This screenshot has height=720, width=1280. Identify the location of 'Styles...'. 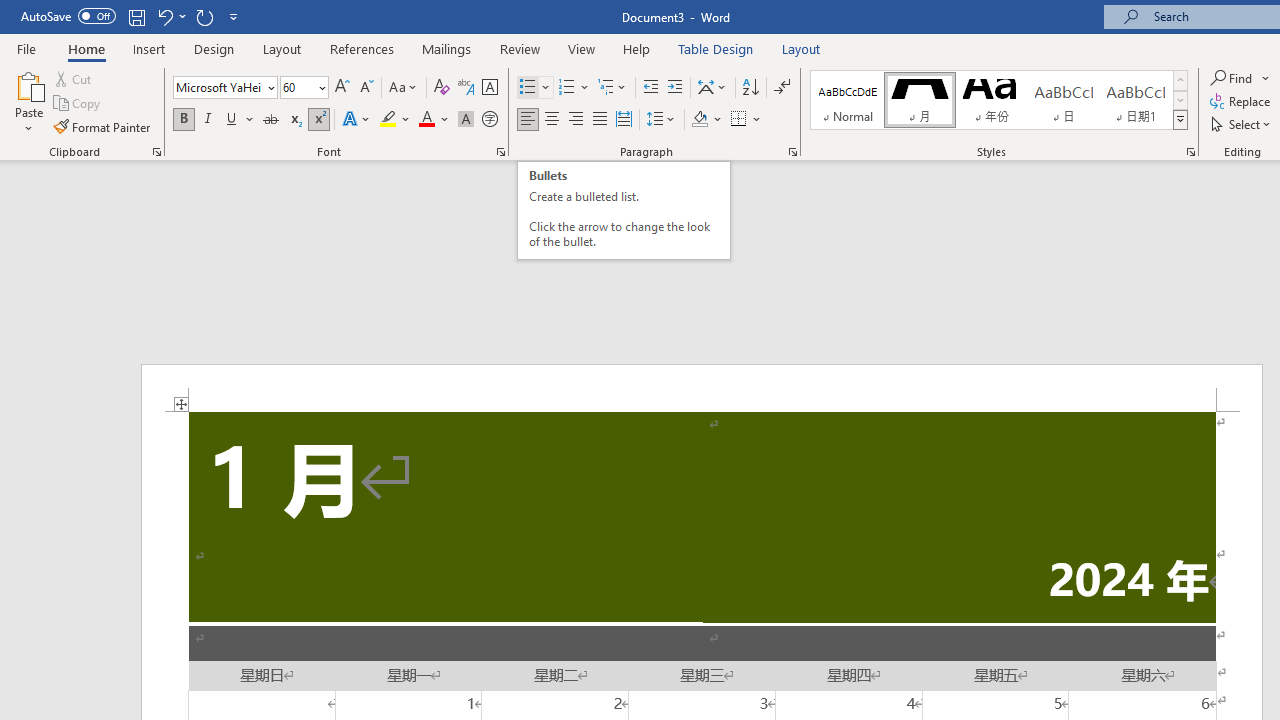
(1191, 150).